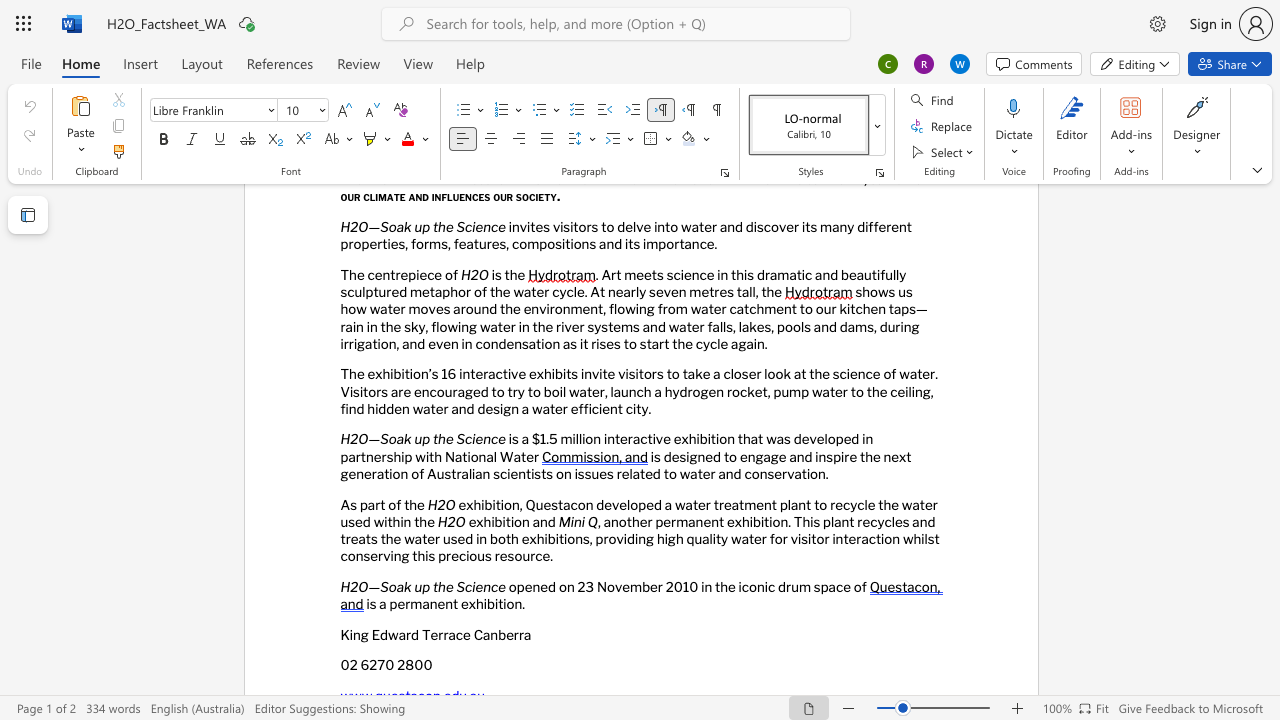 The height and width of the screenshot is (720, 1280). I want to click on the 1th character "h" in the text, so click(440, 438).